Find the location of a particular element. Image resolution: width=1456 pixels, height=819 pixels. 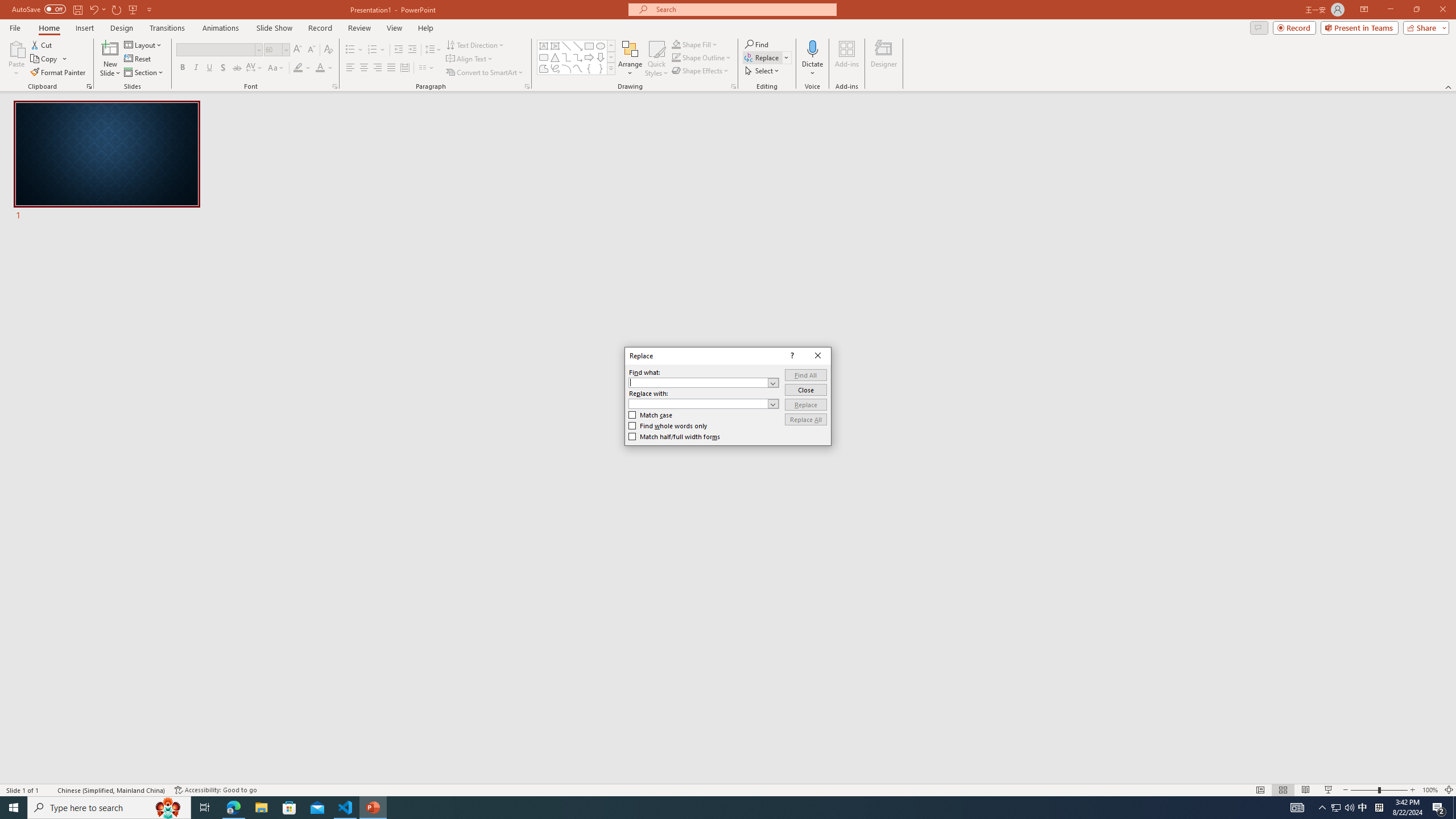

'Office Clipboard...' is located at coordinates (88, 85).